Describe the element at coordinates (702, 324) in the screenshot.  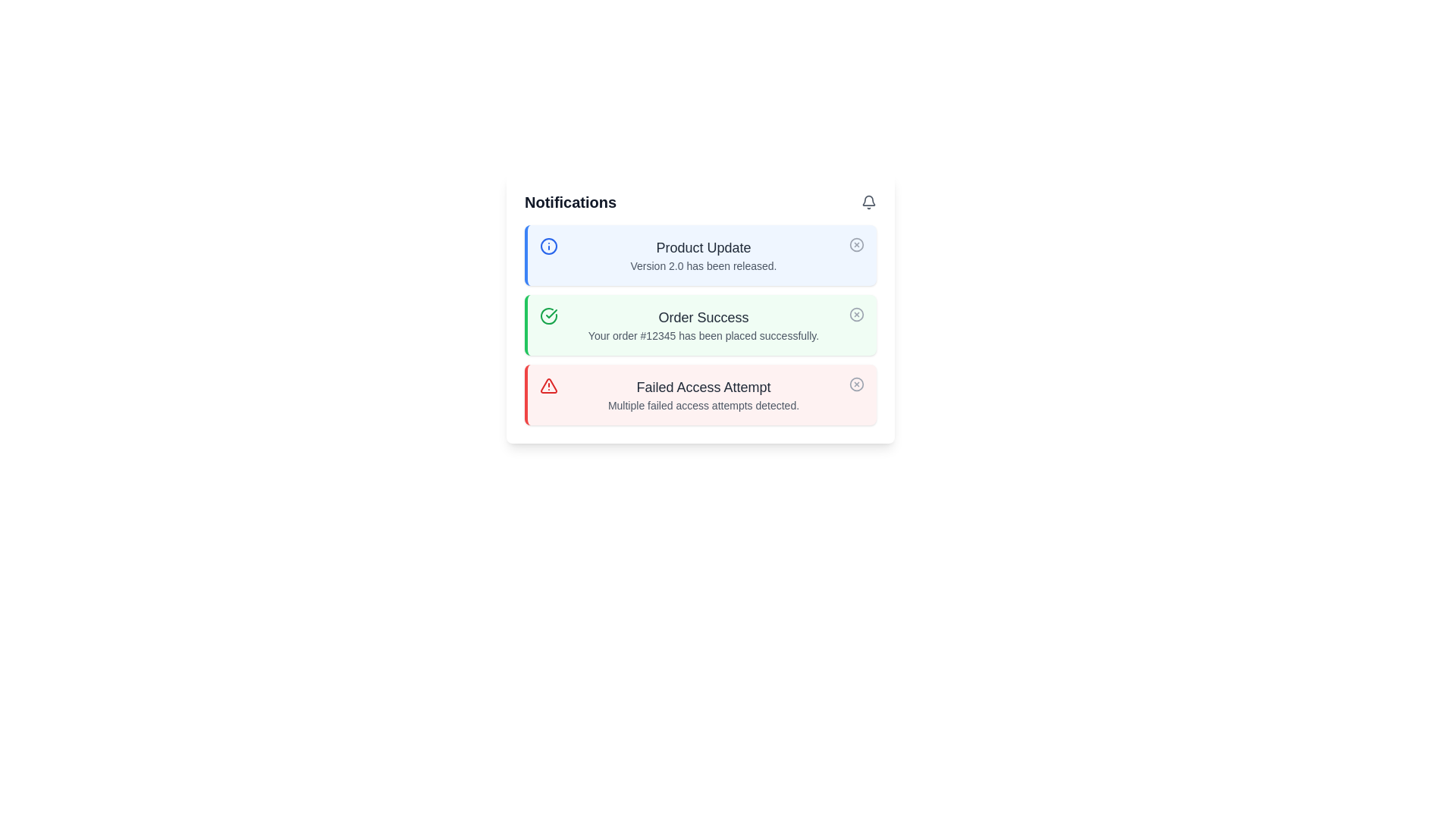
I see `text-based notification component that confirms a successful order placement, located below the 'Product Update' notification and above the 'Failed Access Attempt' notification` at that location.